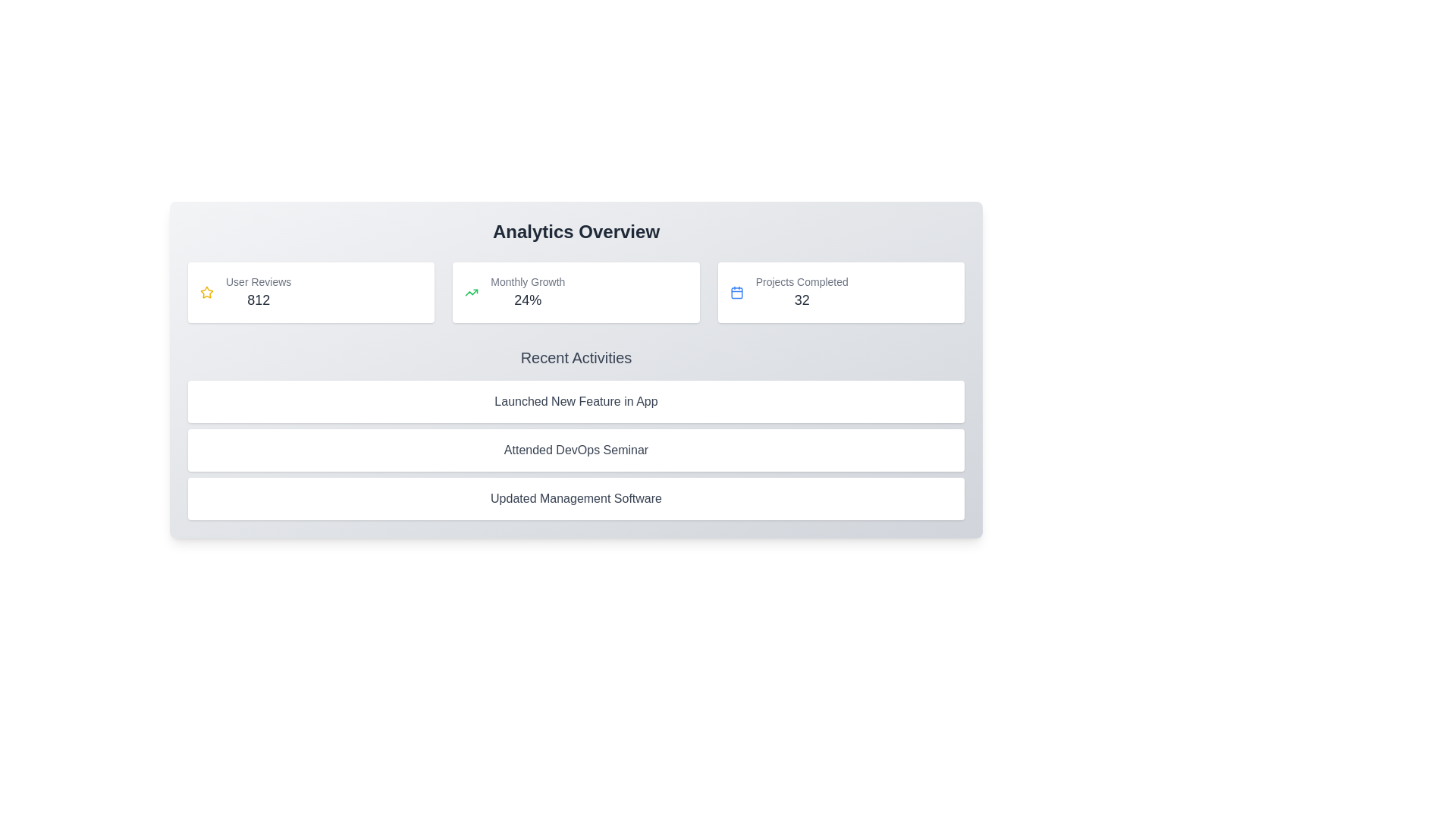 This screenshot has width=1456, height=819. I want to click on the text label that displays the percentage growth value for the 'Monthly Growth' metric, which is located below the 'Monthly Growth' text in the top row of the layout, so click(528, 300).